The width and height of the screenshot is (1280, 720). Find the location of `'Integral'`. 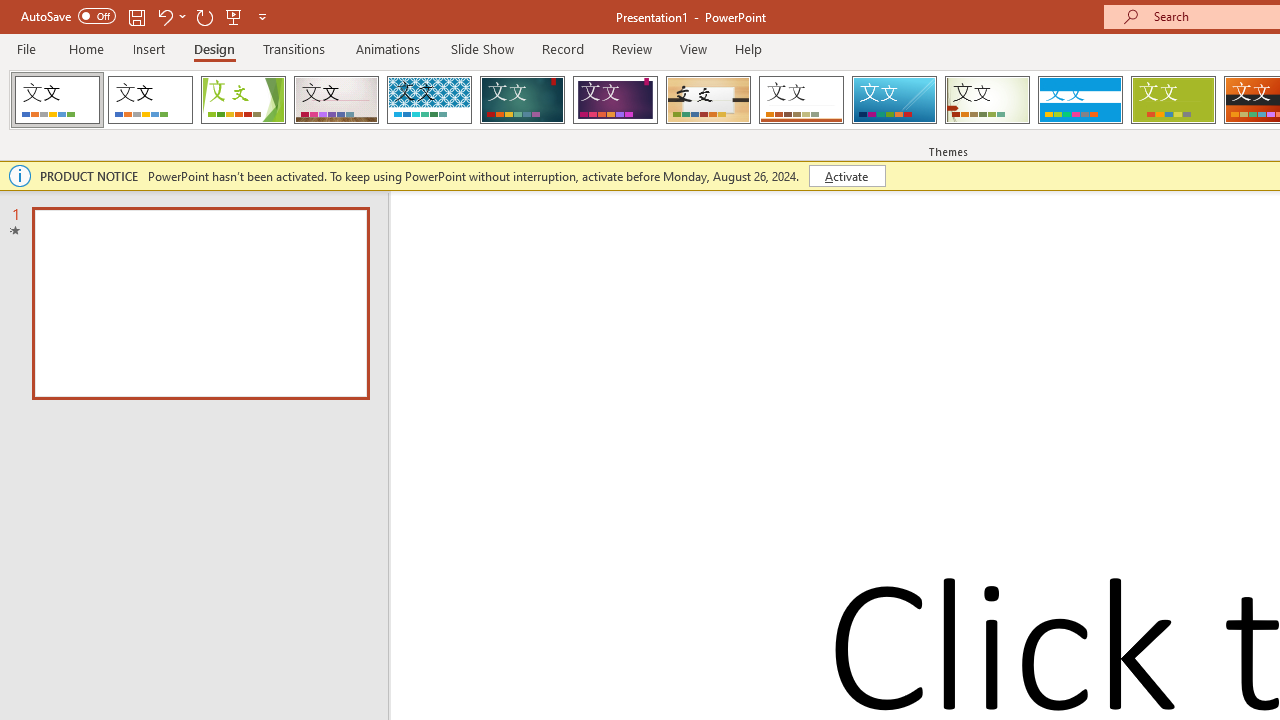

'Integral' is located at coordinates (428, 100).